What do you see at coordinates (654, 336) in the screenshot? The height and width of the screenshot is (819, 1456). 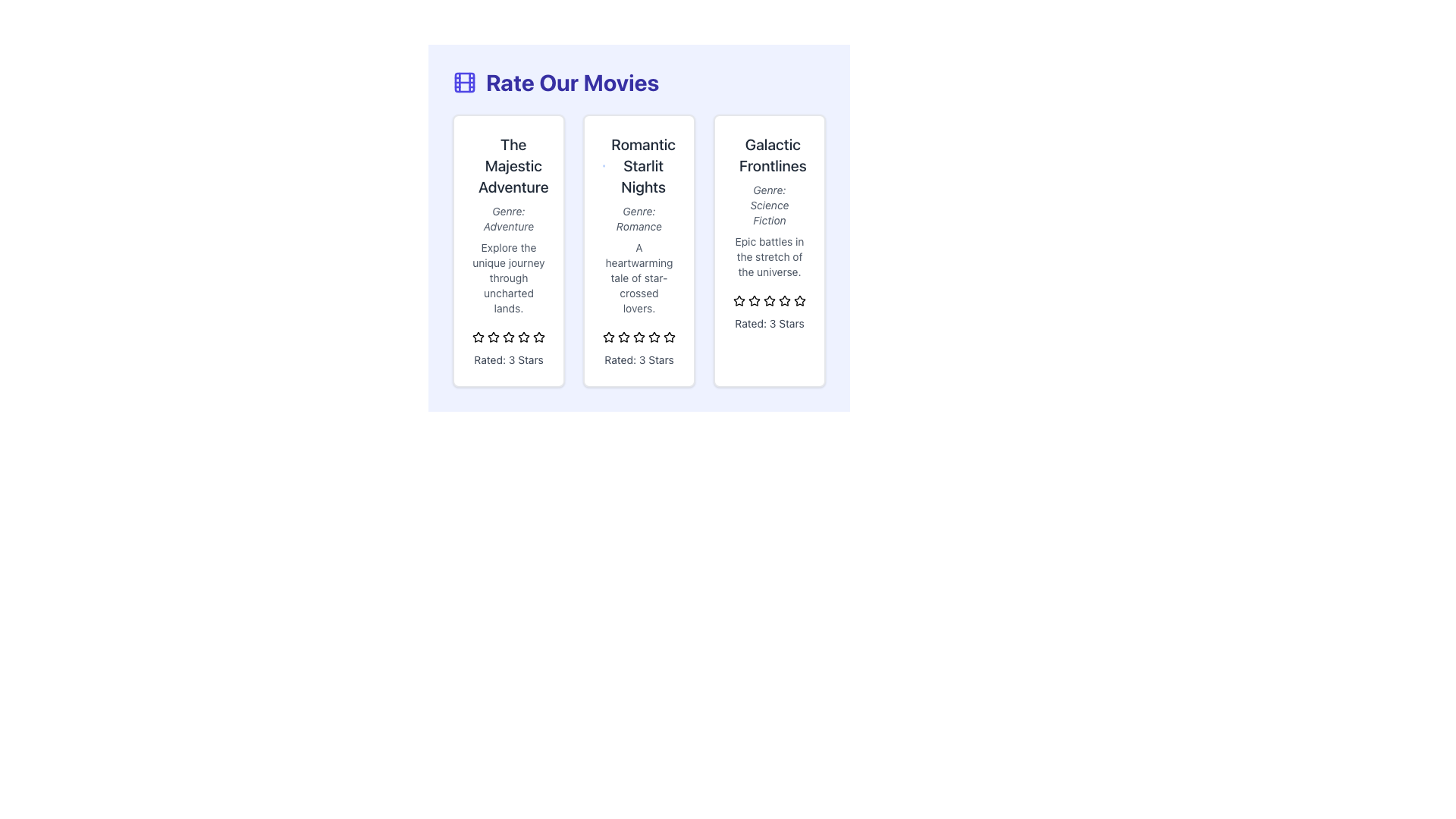 I see `the fourth star icon in the rating row under the card titled 'Romantic Starlit Nights' to rate it` at bounding box center [654, 336].